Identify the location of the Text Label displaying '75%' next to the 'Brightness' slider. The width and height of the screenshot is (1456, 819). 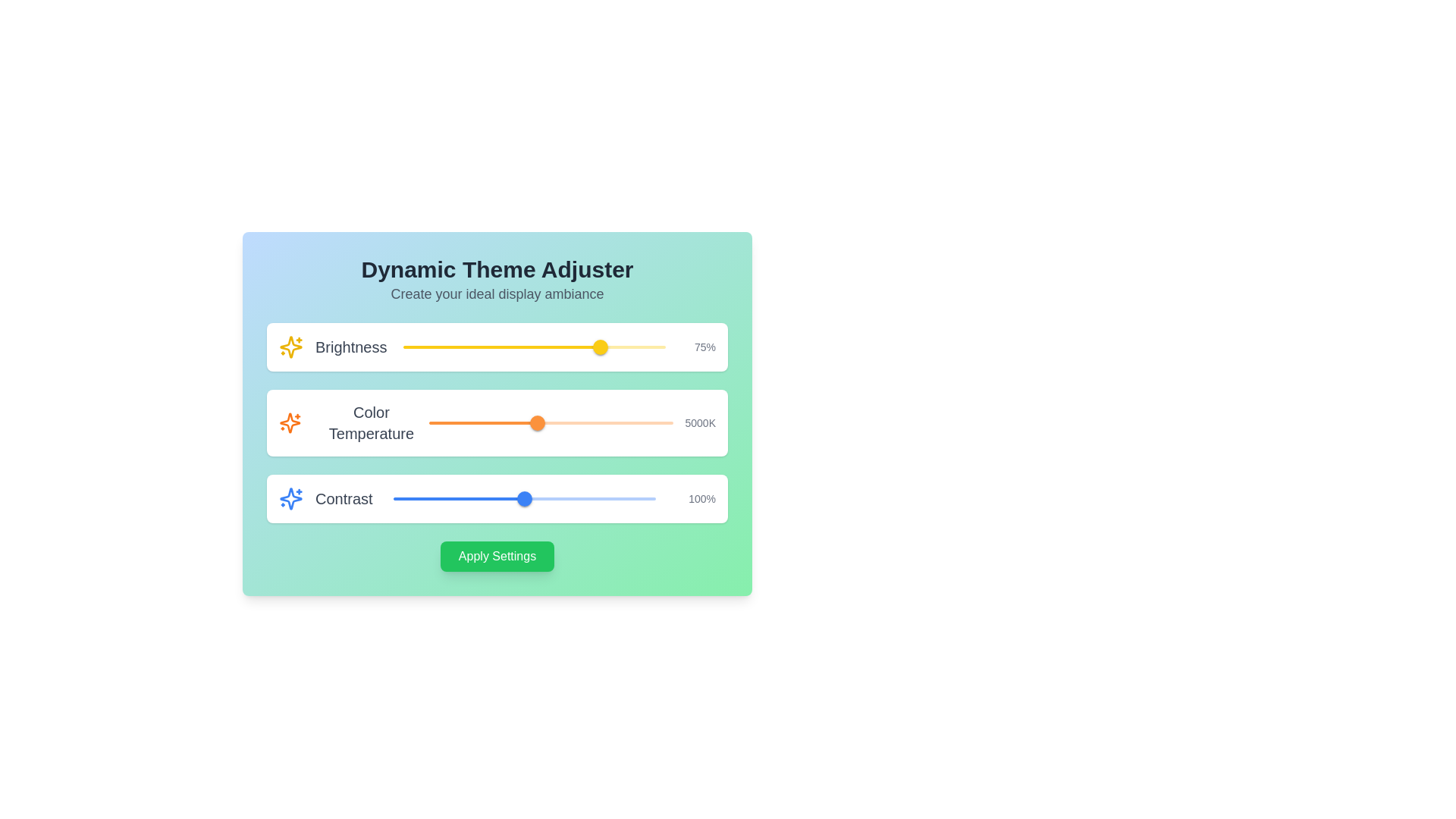
(704, 347).